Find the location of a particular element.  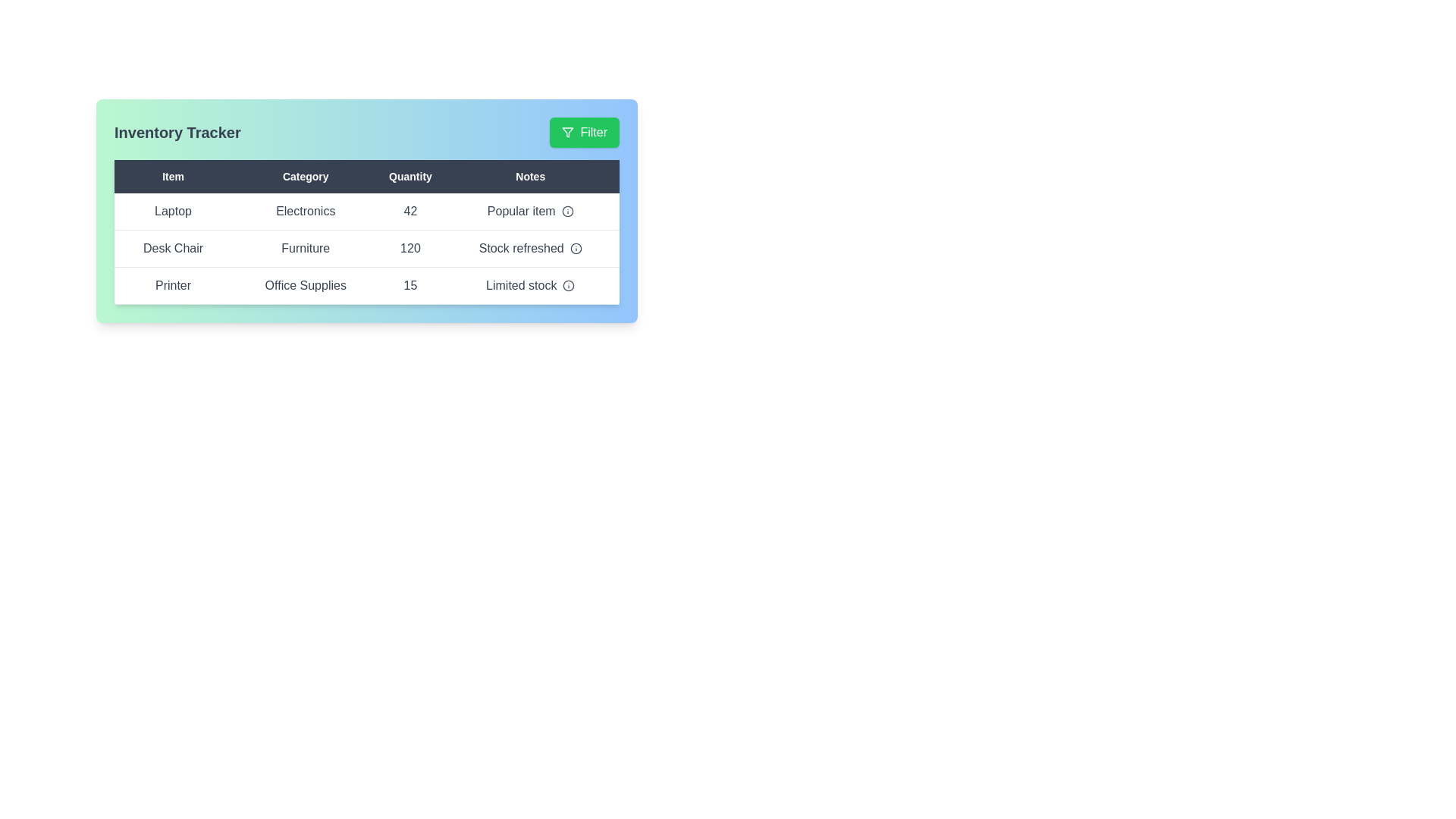

the cell containing Limited stock to select its text is located at coordinates (530, 286).